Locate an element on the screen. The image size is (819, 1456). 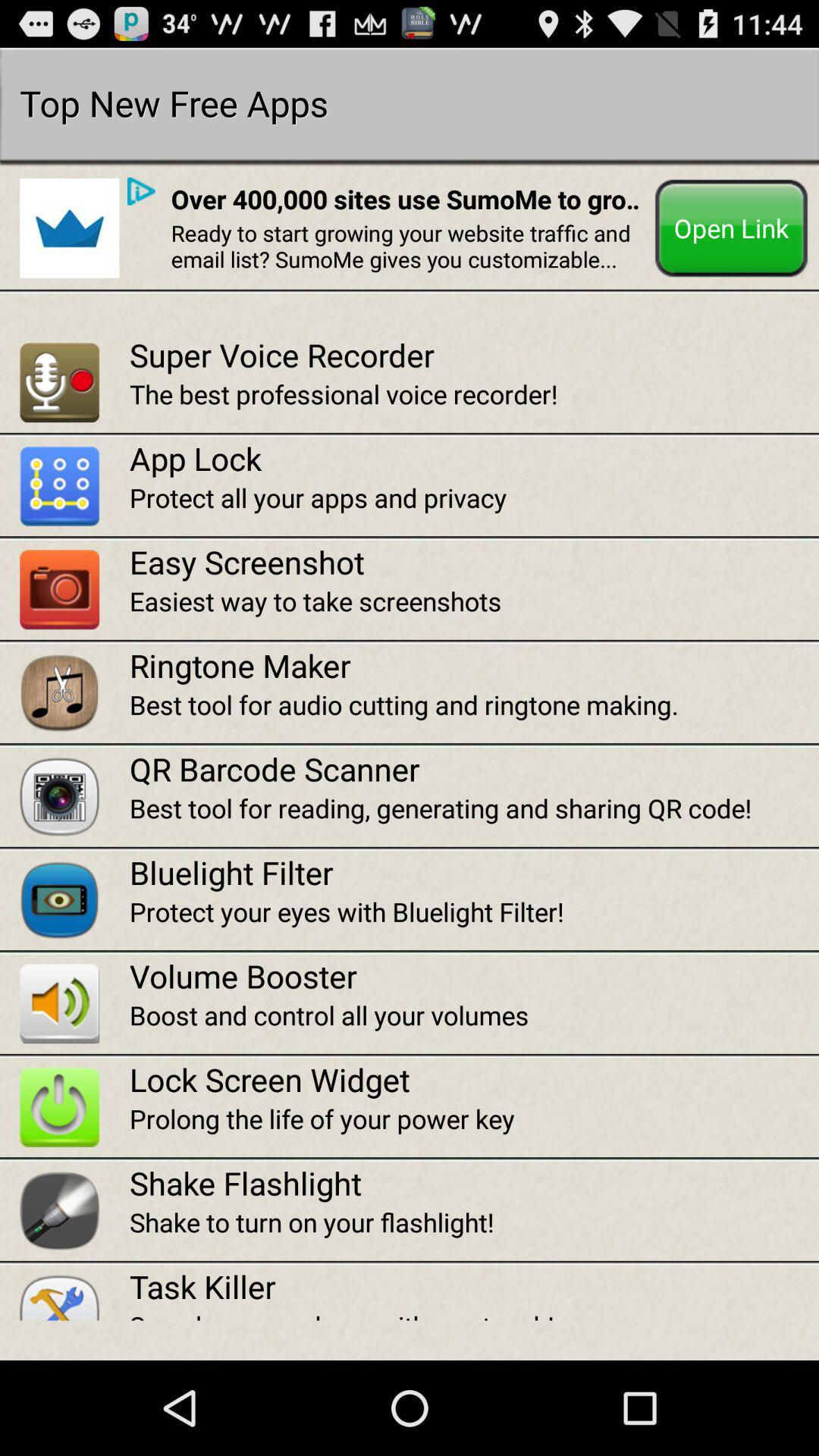
the item above speed up your is located at coordinates (473, 1285).